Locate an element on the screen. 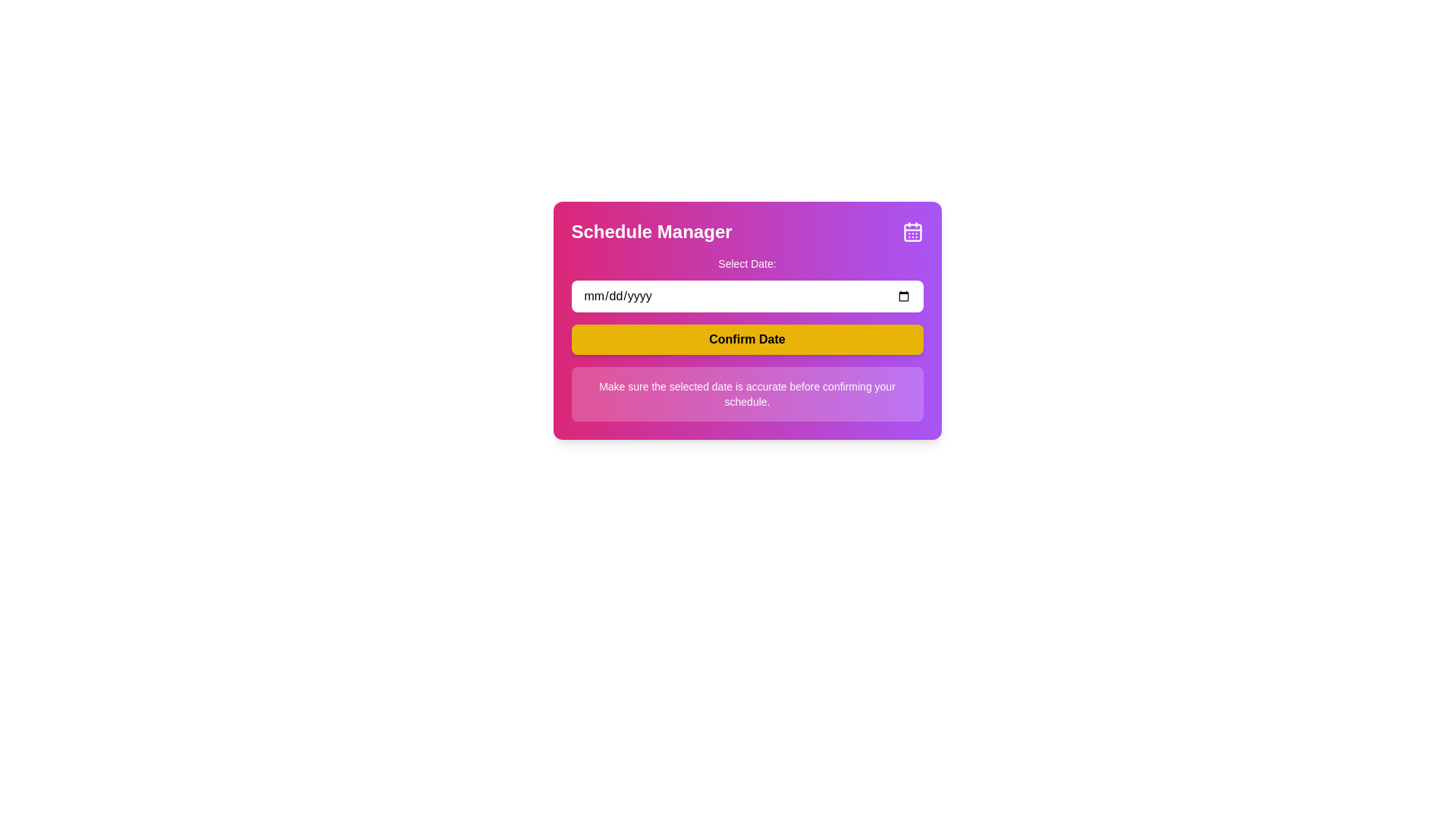  the calendar icon button located on the far right of the purple header section, adjacent to the 'Schedule Manager' text is located at coordinates (912, 231).